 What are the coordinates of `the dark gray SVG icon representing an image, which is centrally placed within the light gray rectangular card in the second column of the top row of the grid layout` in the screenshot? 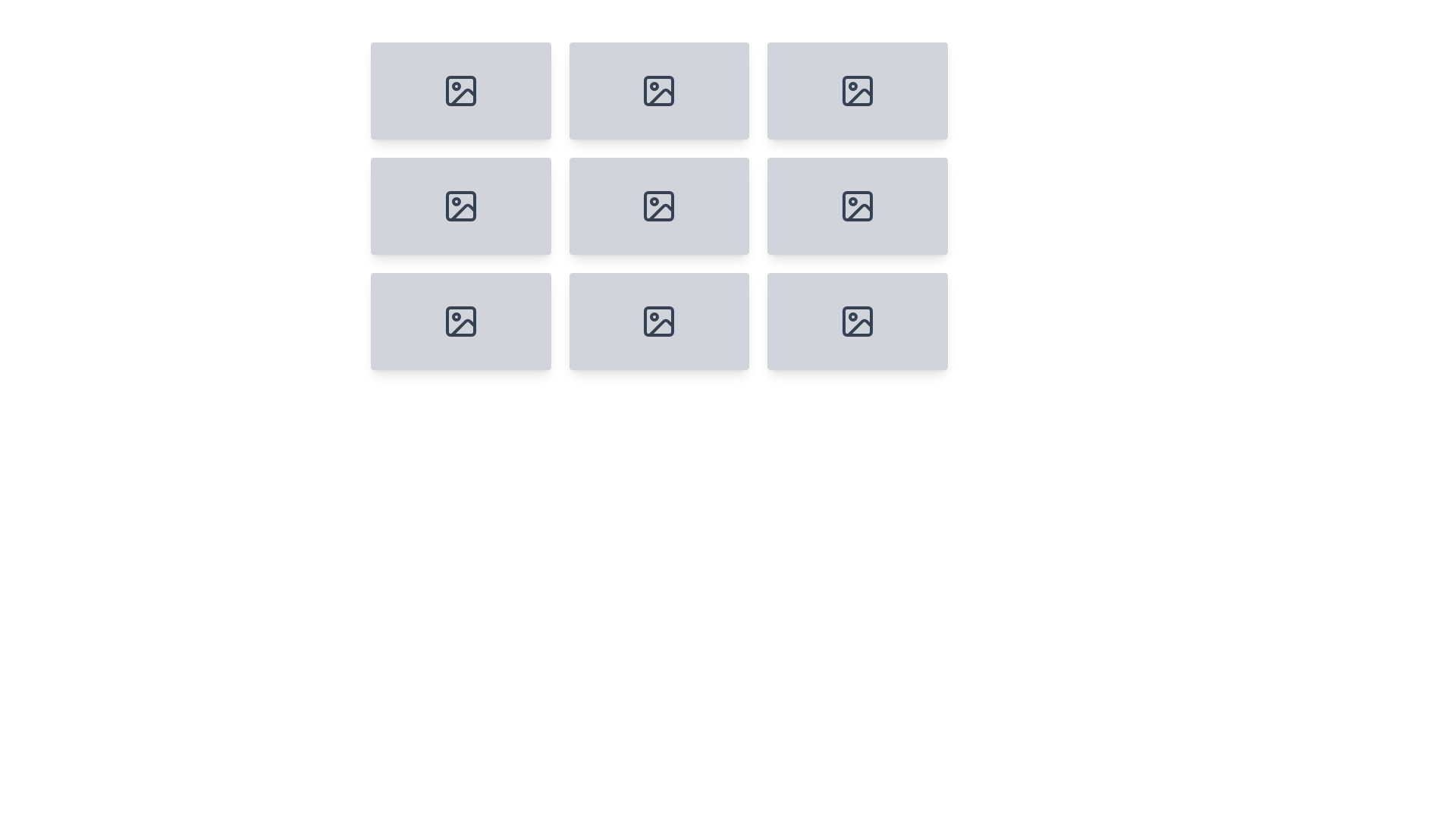 It's located at (659, 90).